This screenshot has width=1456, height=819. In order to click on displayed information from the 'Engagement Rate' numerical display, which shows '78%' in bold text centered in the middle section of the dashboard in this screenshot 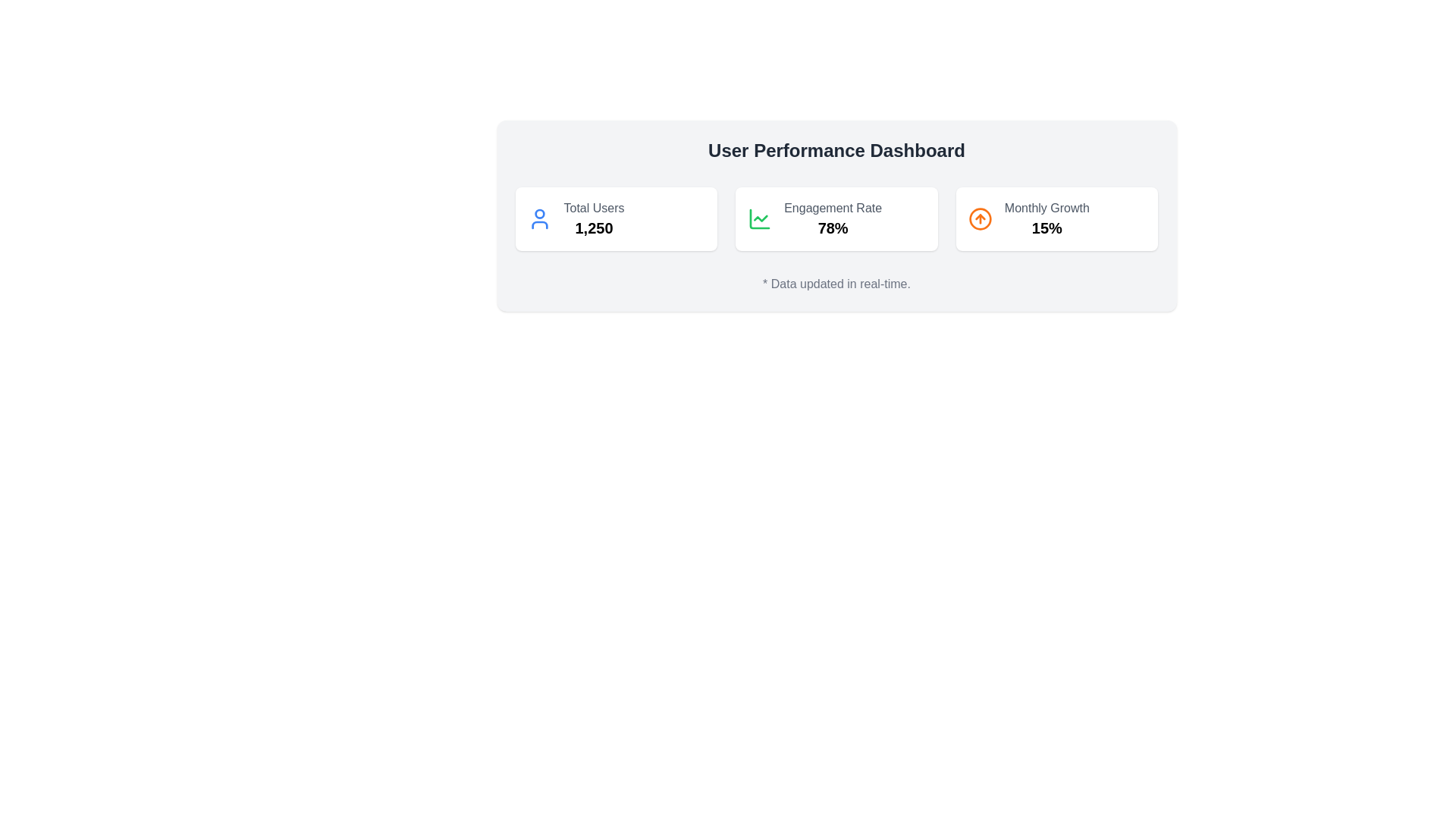, I will do `click(832, 219)`.